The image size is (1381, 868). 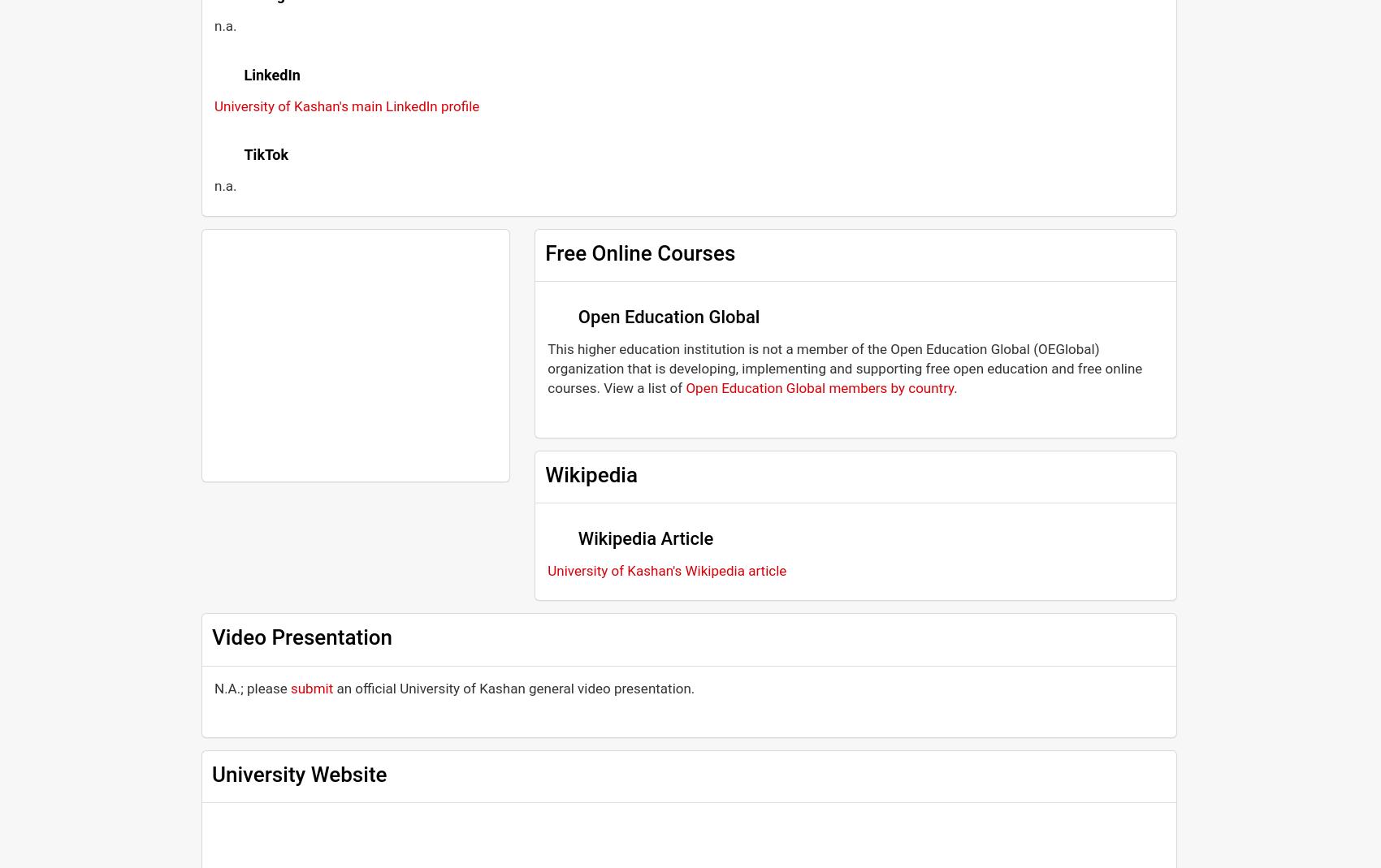 I want to click on 'Free Online Courses', so click(x=639, y=251).